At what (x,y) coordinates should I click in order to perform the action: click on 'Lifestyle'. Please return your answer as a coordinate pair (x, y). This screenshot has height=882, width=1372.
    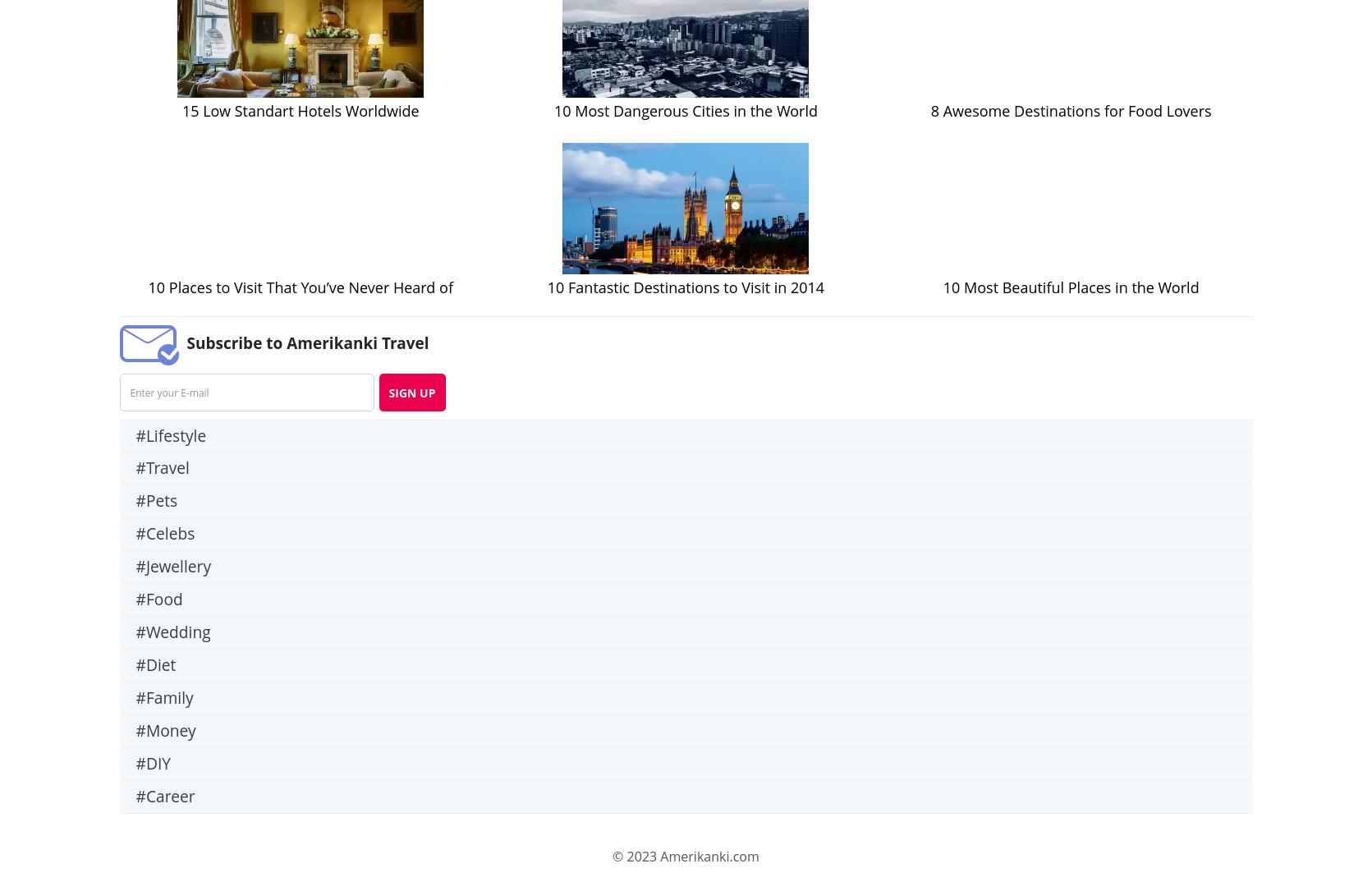
    Looking at the image, I should click on (176, 435).